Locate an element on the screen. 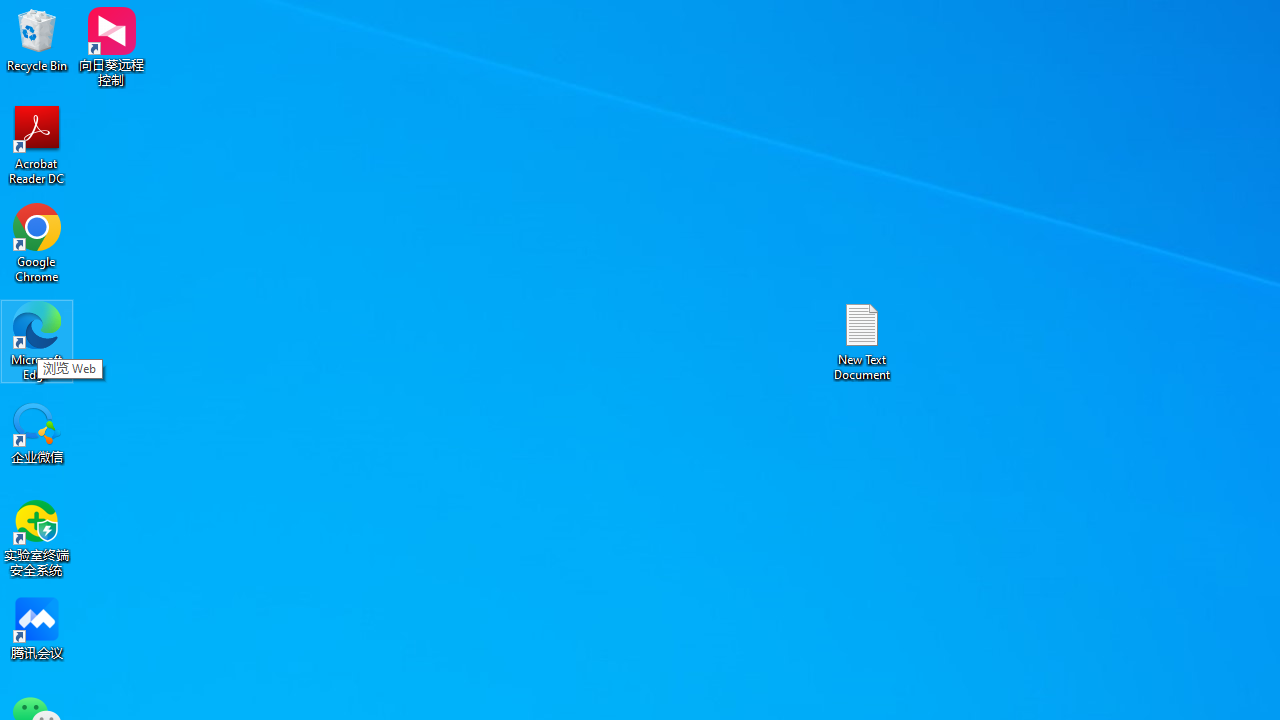 The height and width of the screenshot is (720, 1280). 'New Text Document' is located at coordinates (862, 340).